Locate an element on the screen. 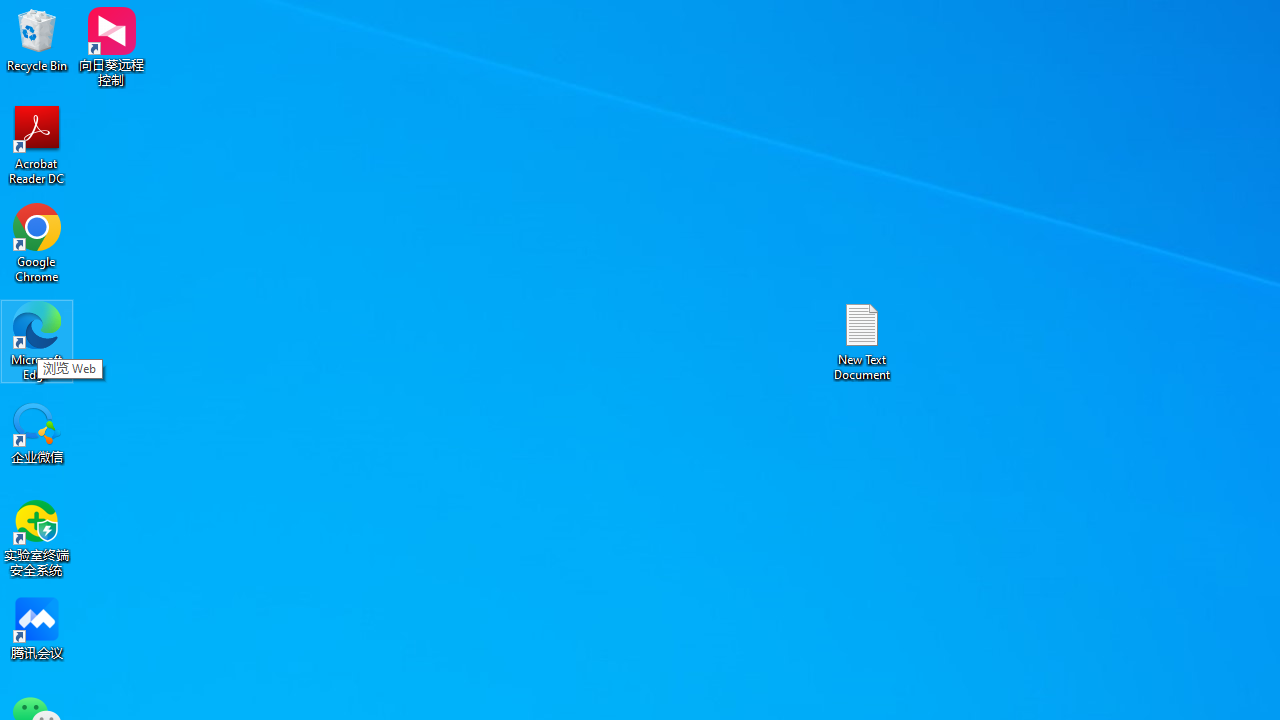 The height and width of the screenshot is (720, 1280). 'New Text Document' is located at coordinates (862, 340).